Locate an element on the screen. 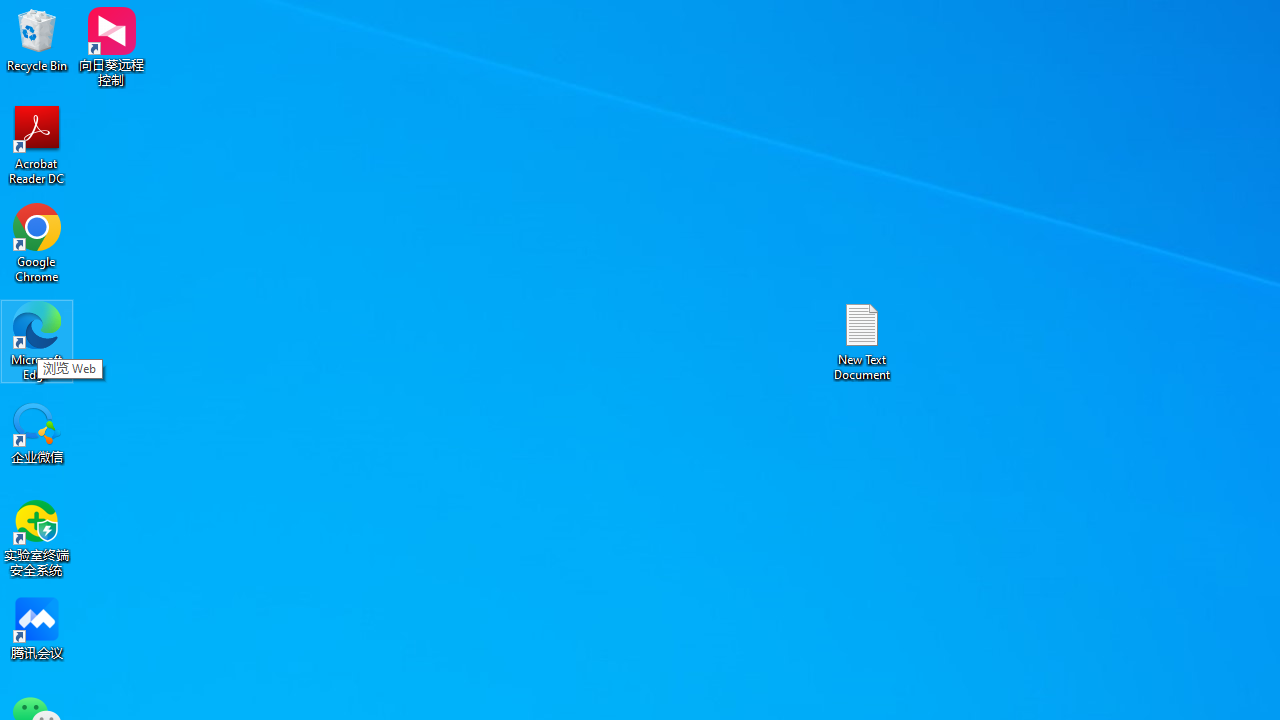 The height and width of the screenshot is (720, 1280). 'New Text Document' is located at coordinates (862, 340).